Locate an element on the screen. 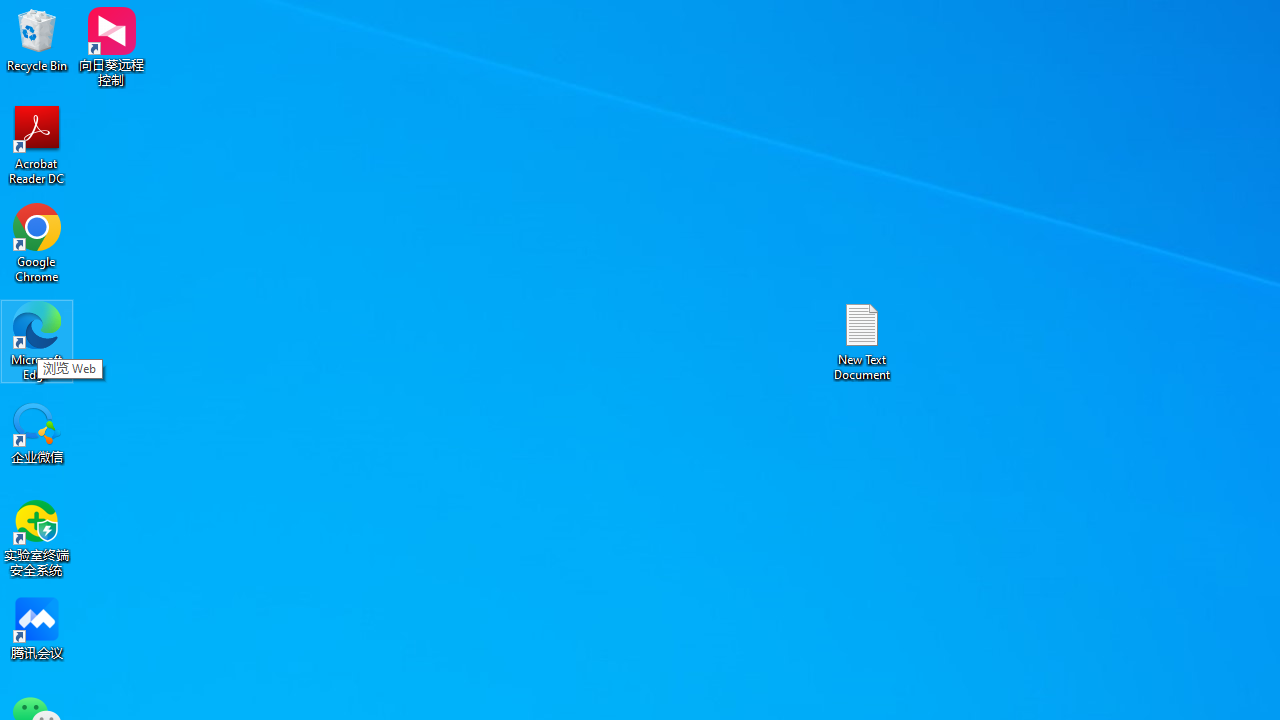 The height and width of the screenshot is (720, 1280). 'New Text Document' is located at coordinates (862, 340).